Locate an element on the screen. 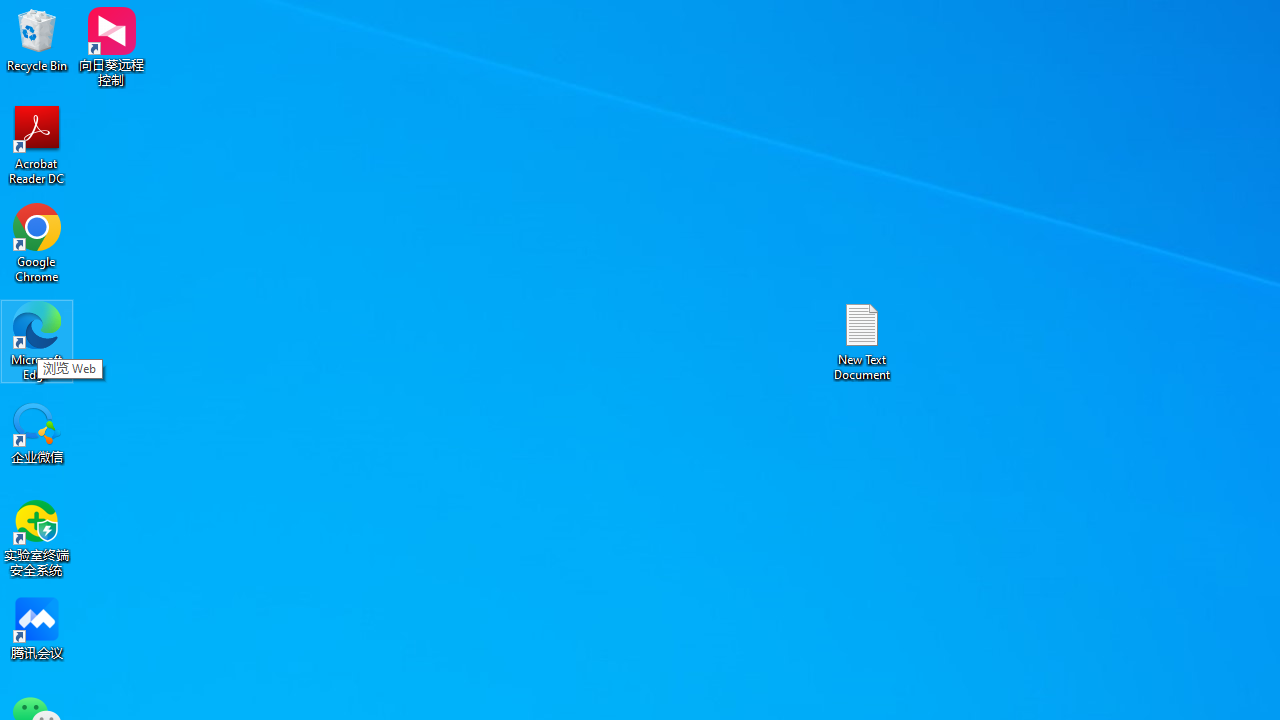 The height and width of the screenshot is (720, 1280). 'New Text Document' is located at coordinates (862, 340).